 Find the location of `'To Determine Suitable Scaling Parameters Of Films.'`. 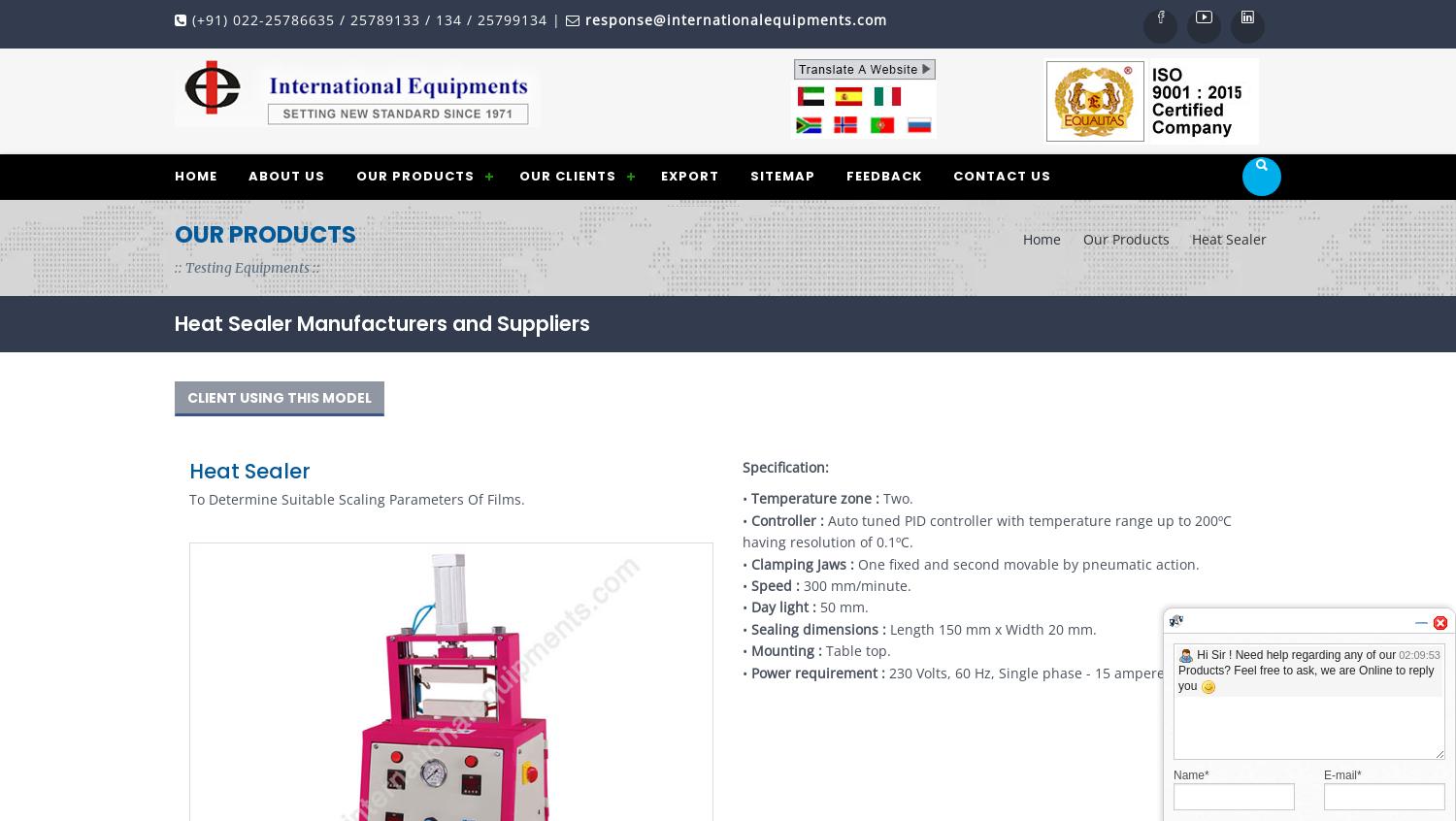

'To Determine Suitable Scaling Parameters Of Films.' is located at coordinates (355, 499).